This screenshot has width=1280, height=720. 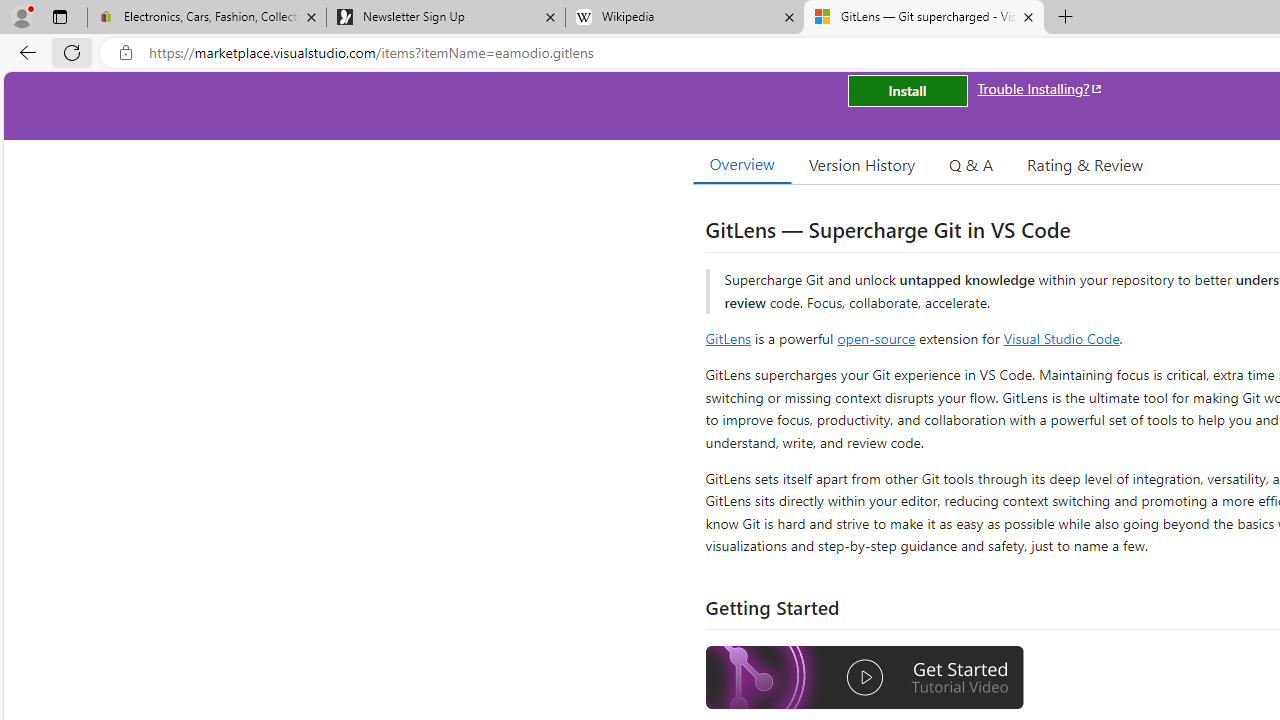 I want to click on 'Q & A', so click(x=971, y=163).